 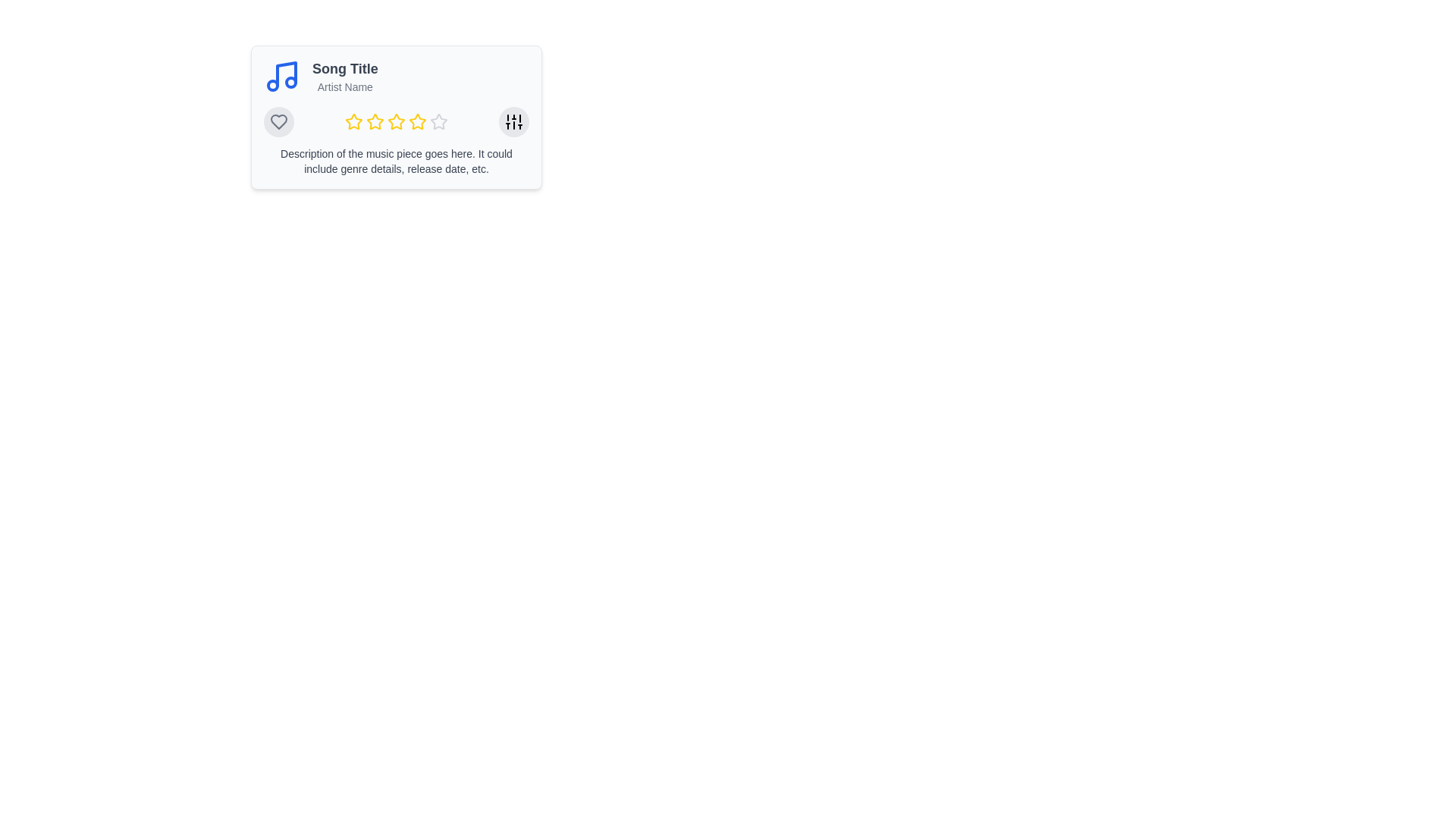 I want to click on the 'Artist Name' label element which is displayed in a smaller font size and lighter gray color, located beneath the 'Song Title' text in the card layout, so click(x=344, y=87).